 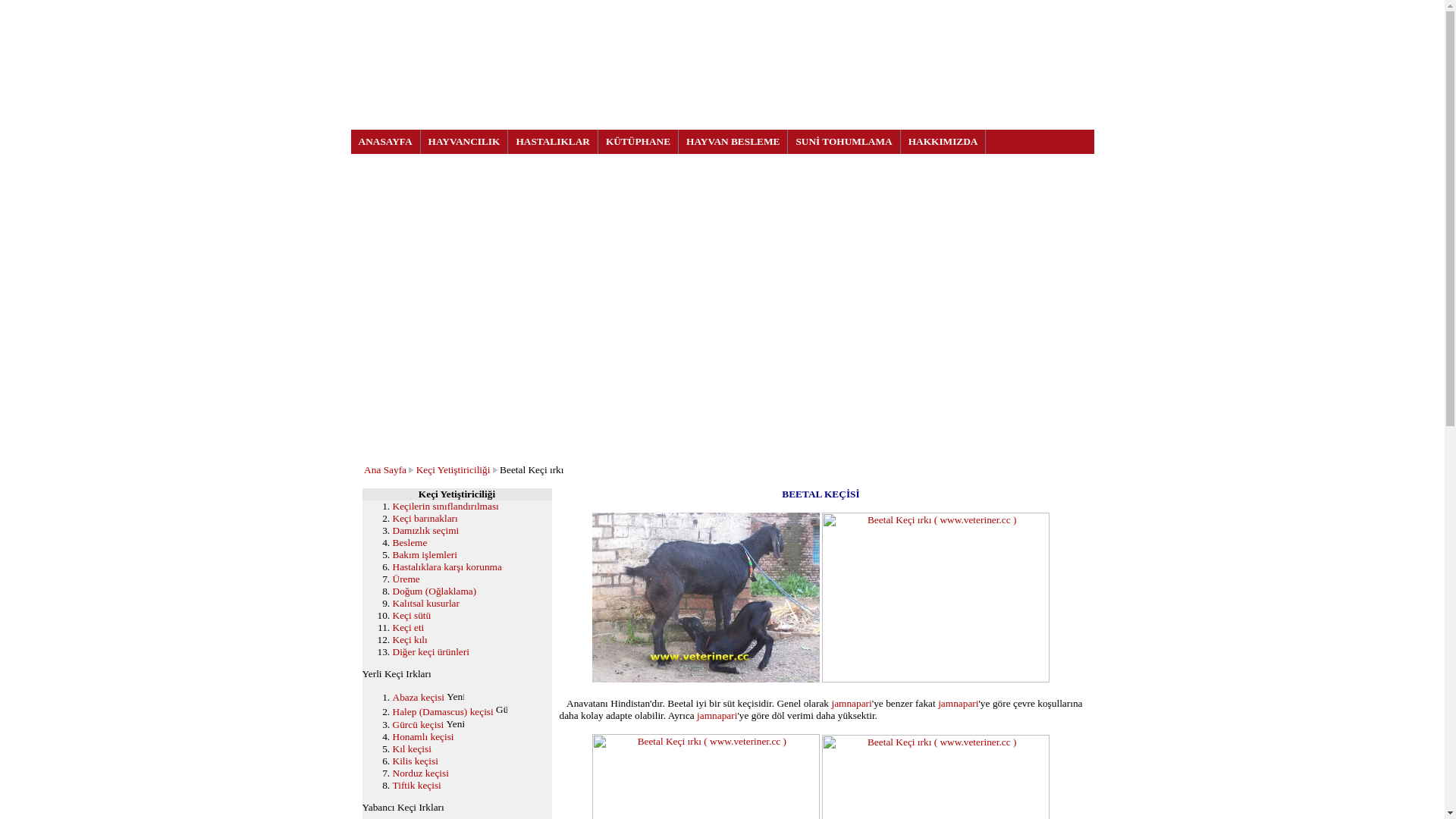 What do you see at coordinates (385, 141) in the screenshot?
I see `'ANASAYFA'` at bounding box center [385, 141].